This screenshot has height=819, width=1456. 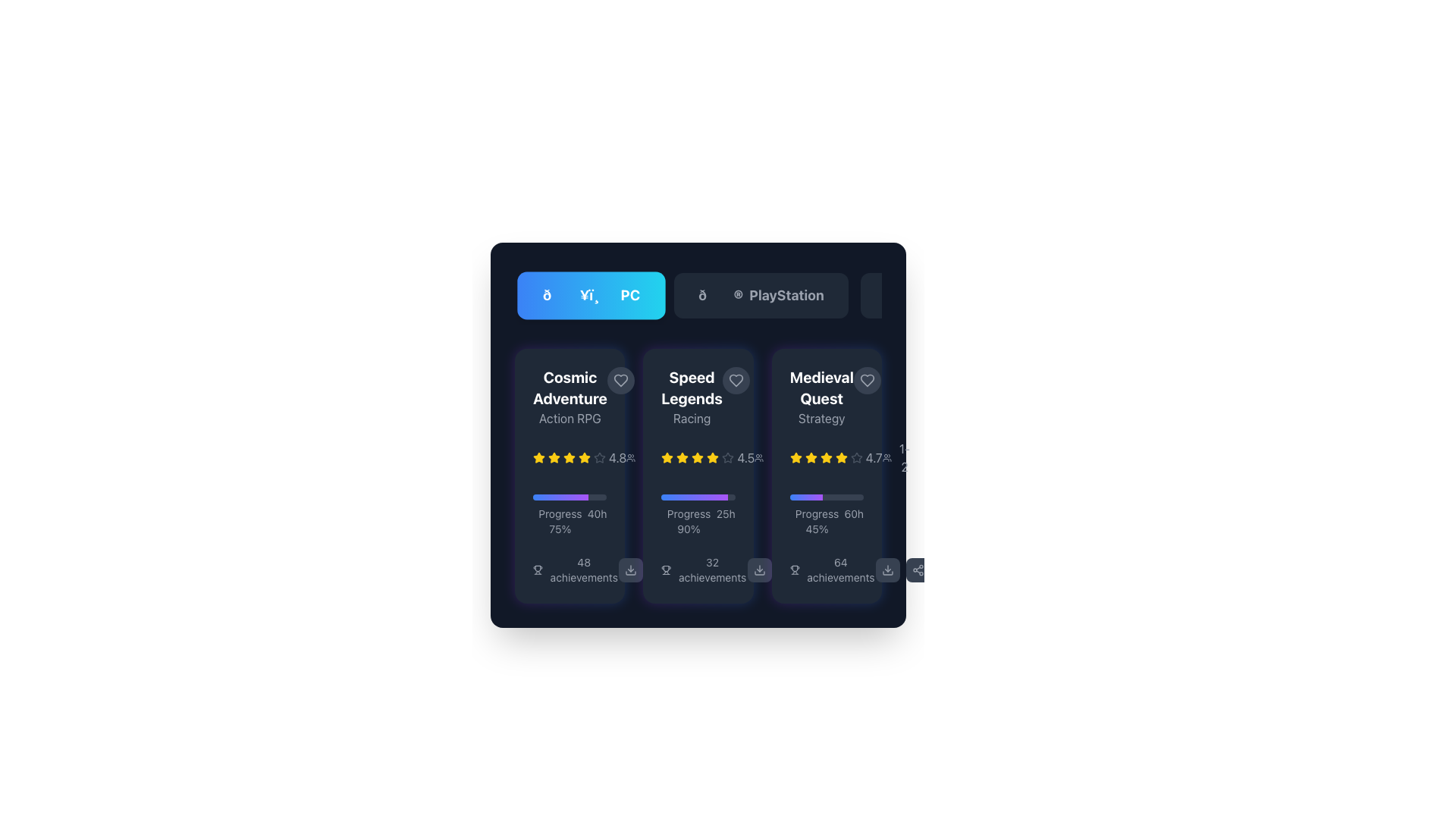 What do you see at coordinates (698, 397) in the screenshot?
I see `the static text label displaying the title and genre of the game, which is centrally located in the second column of a three-column layout within a card` at bounding box center [698, 397].